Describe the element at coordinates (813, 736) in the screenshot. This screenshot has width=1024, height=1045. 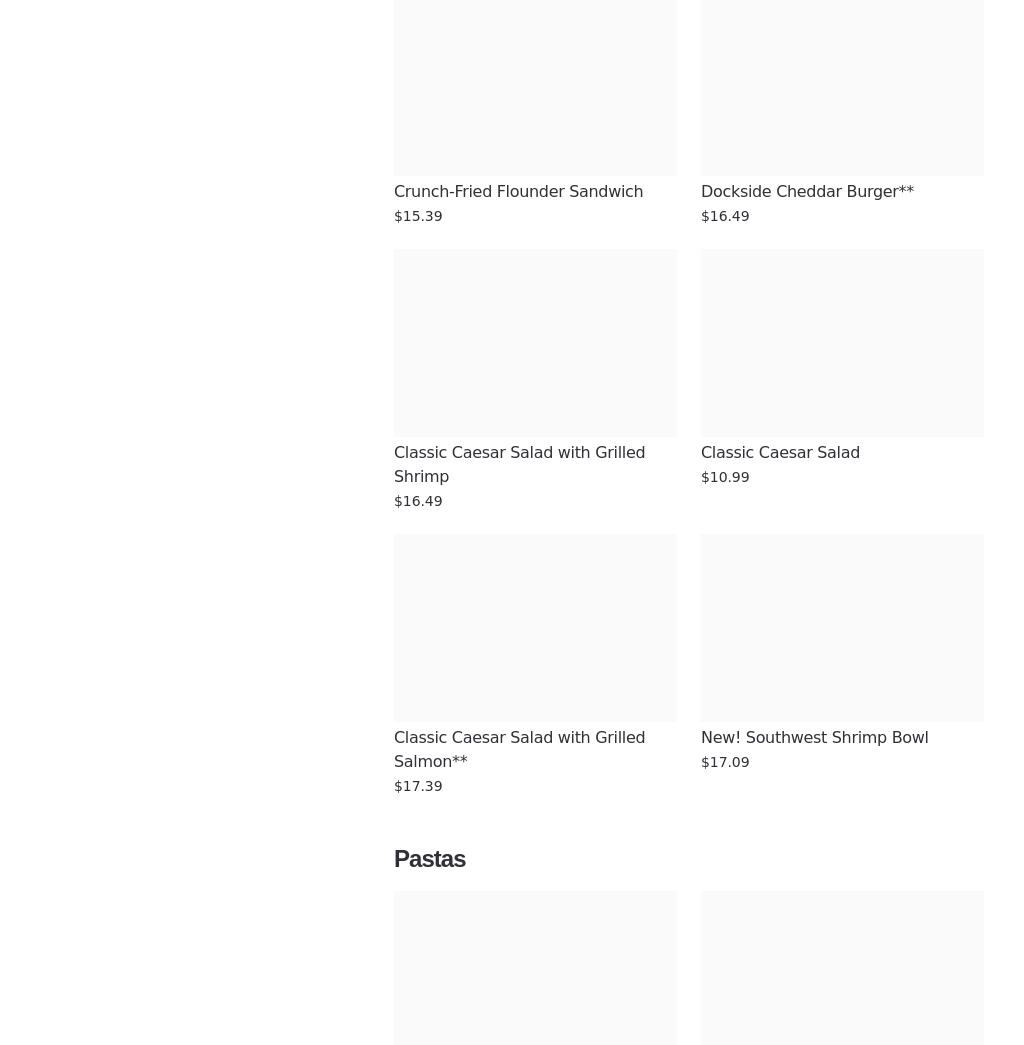
I see `'New! Southwest Shrimp Bowl'` at that location.